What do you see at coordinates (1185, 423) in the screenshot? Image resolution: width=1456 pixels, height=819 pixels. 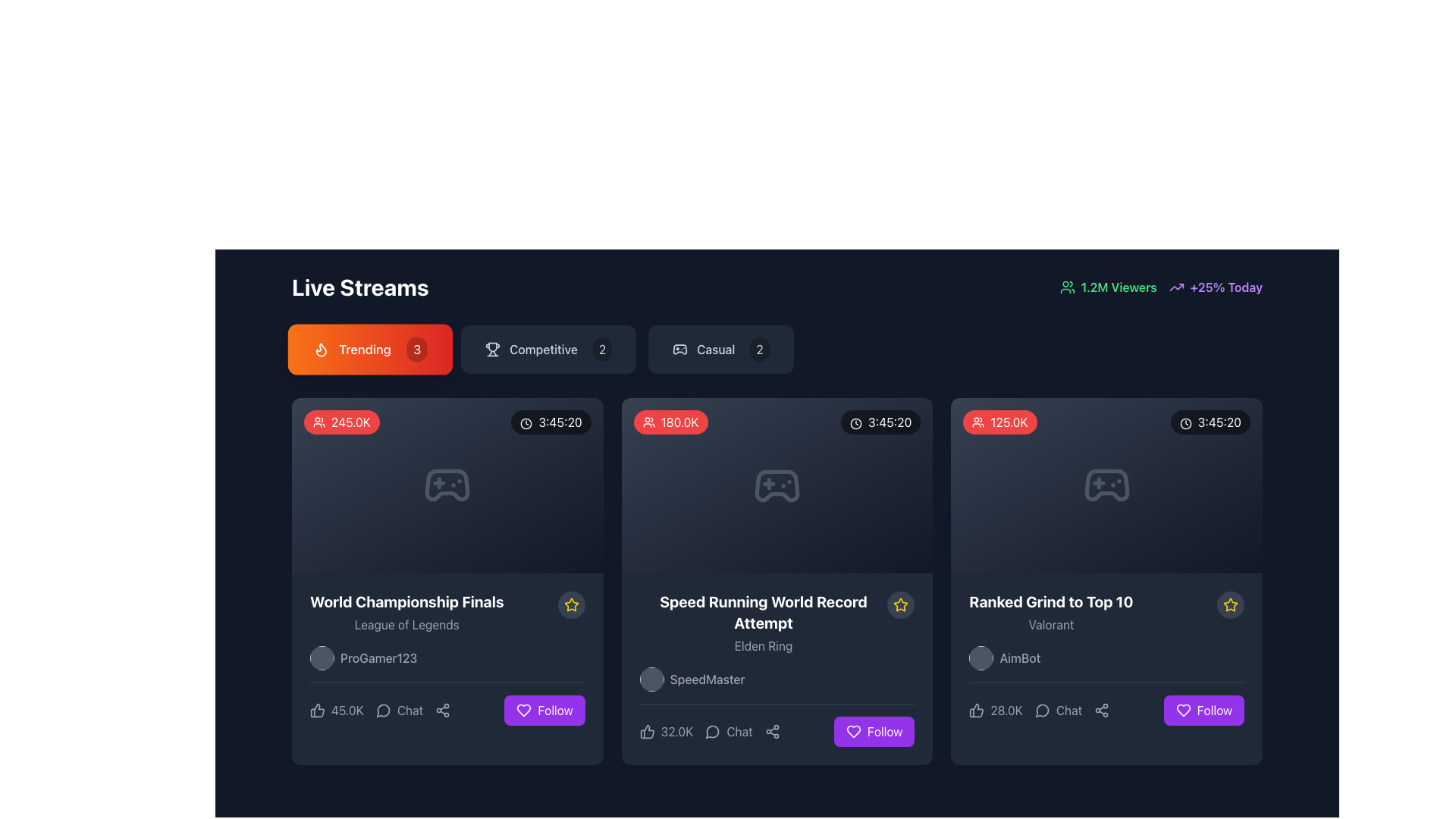 I see `the clock icon located in the top-right corner of the 'Ranked Grind to Top 10' card, which is a circular icon with a black-filled center and a white outline` at bounding box center [1185, 423].